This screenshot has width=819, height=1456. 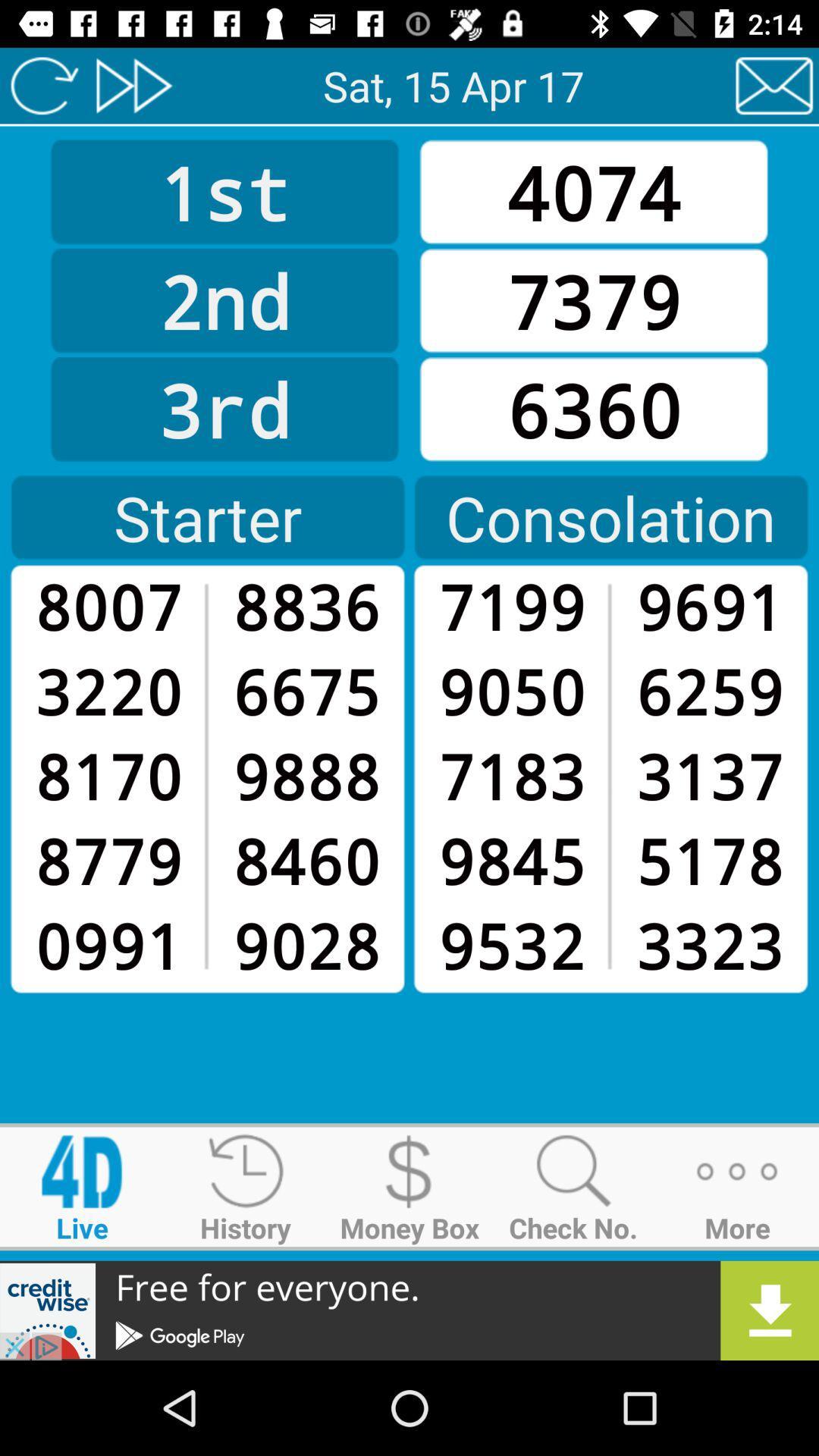 What do you see at coordinates (133, 85) in the screenshot?
I see `consolation page` at bounding box center [133, 85].